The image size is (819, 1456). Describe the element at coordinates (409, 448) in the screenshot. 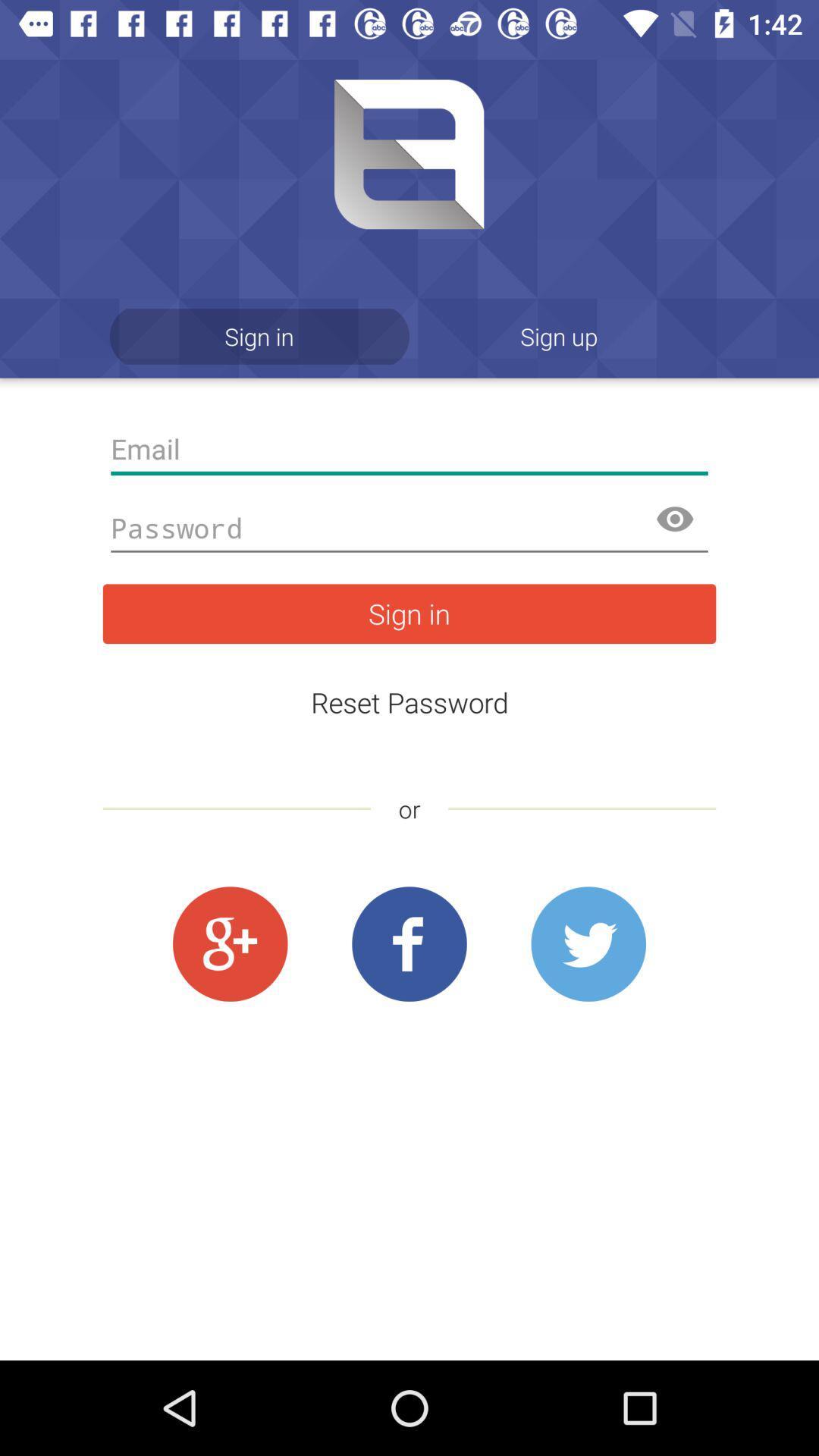

I see `the app below the sign in item` at that location.